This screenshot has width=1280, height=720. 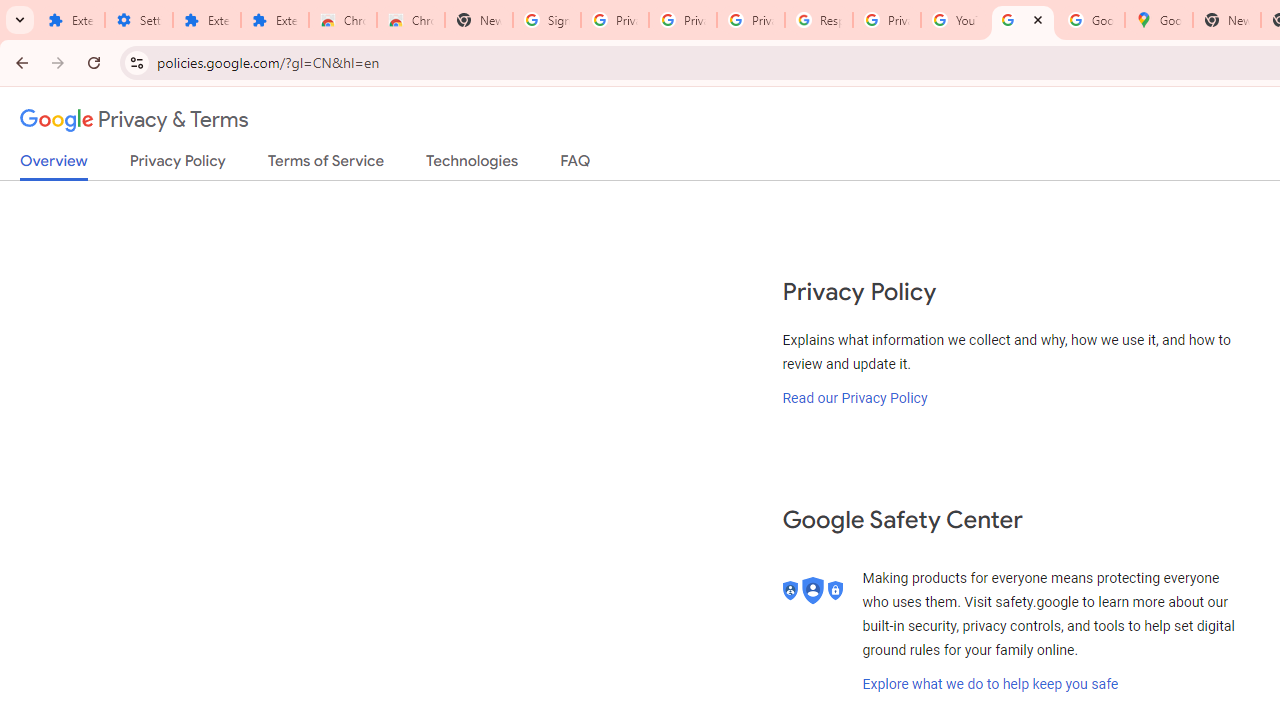 I want to click on 'Google Maps', so click(x=1159, y=20).